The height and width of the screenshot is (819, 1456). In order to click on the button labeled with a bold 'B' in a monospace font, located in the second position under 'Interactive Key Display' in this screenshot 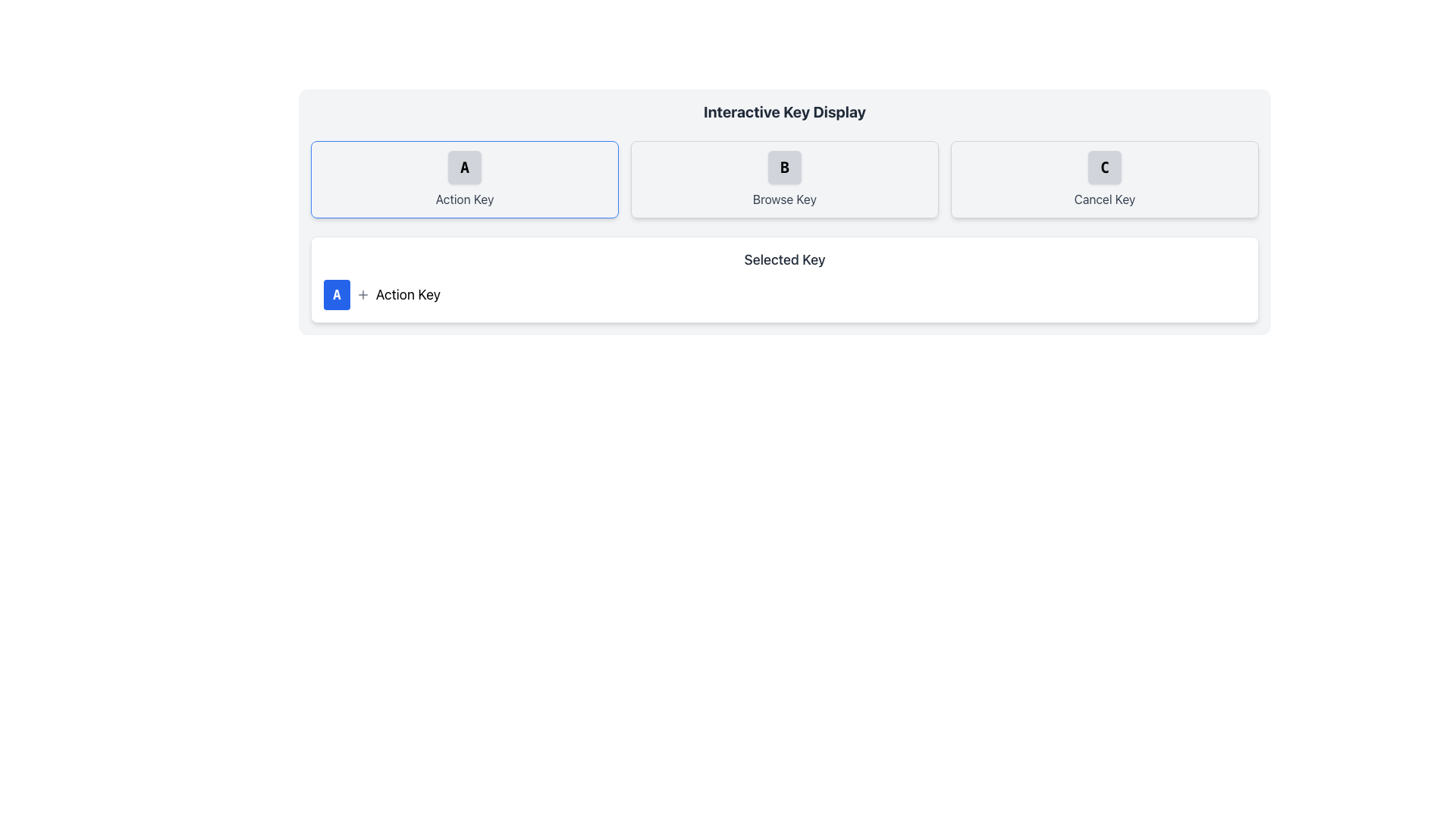, I will do `click(785, 167)`.